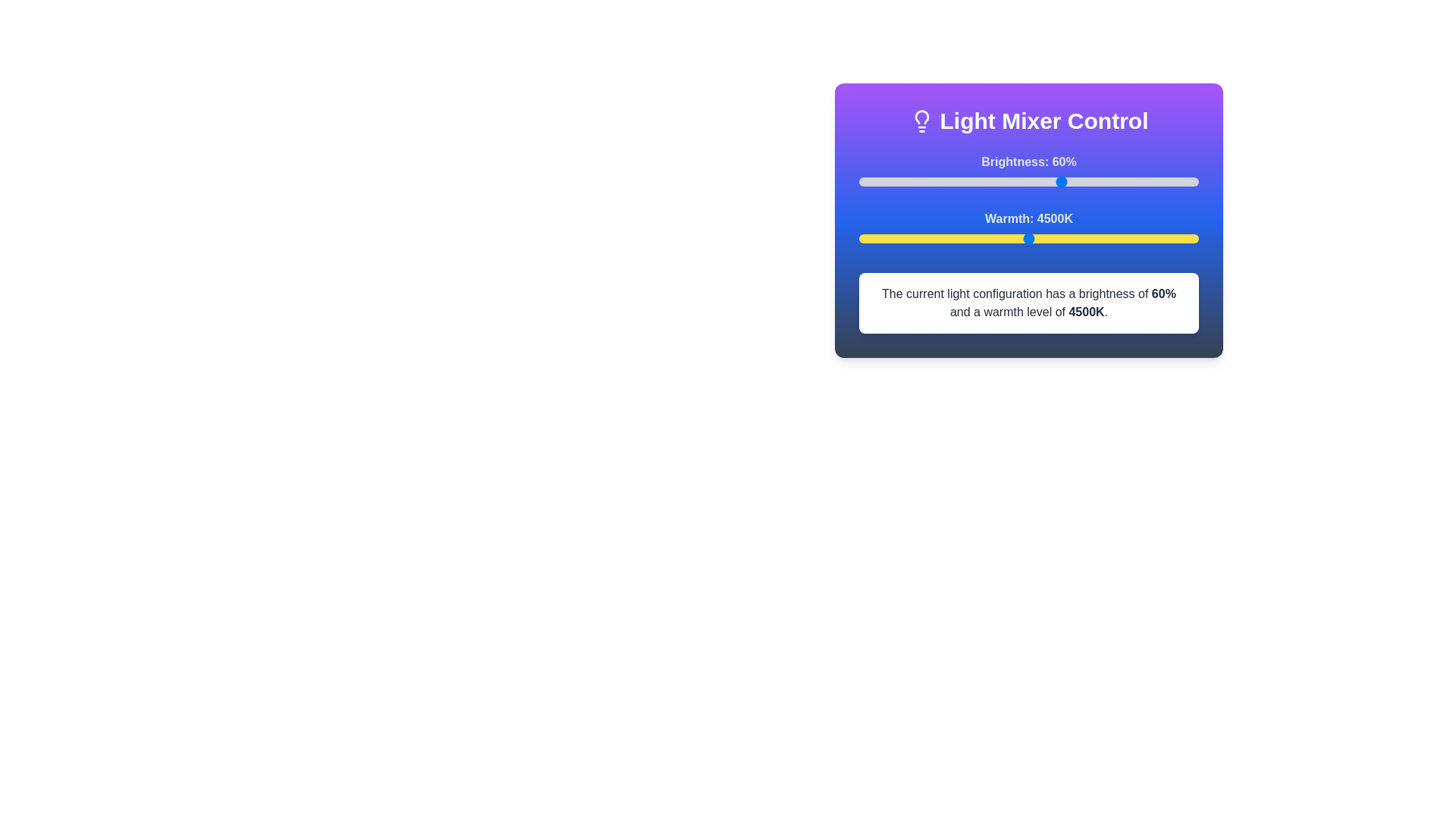 The image size is (1456, 819). Describe the element at coordinates (1191, 180) in the screenshot. I see `the brightness slider to 98%` at that location.